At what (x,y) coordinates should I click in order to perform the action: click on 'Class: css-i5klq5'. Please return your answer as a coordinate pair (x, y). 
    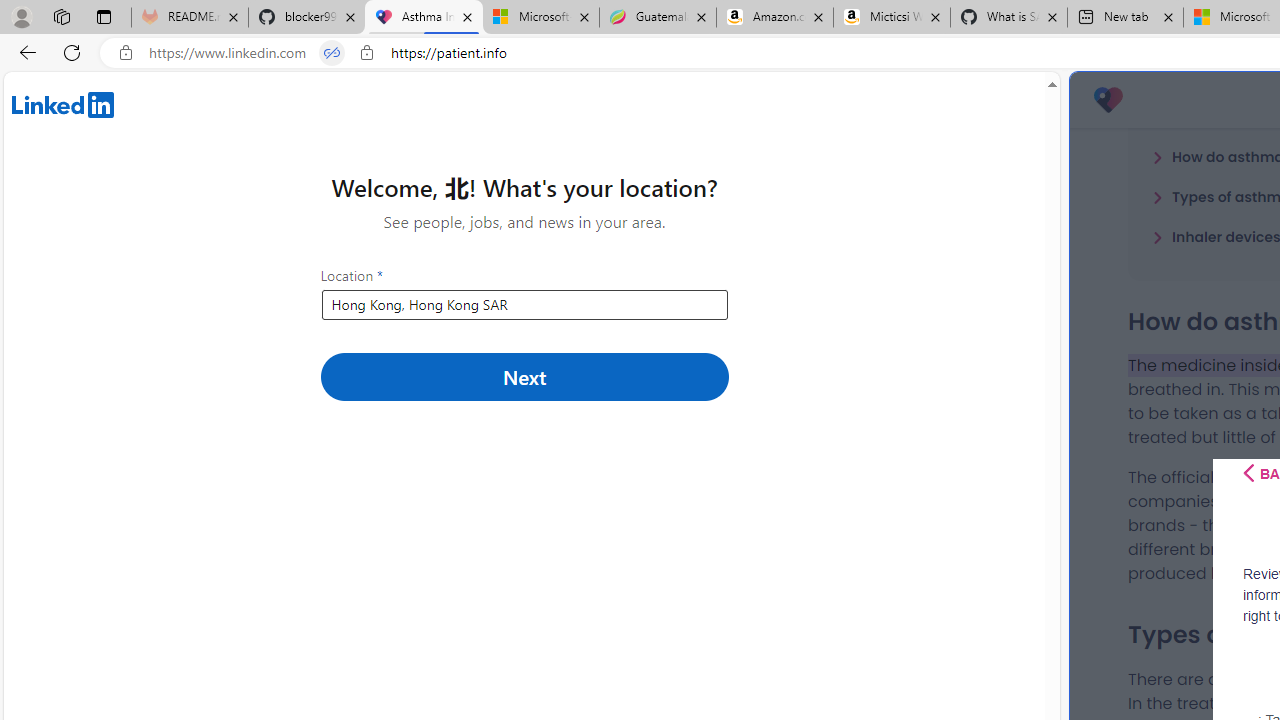
    Looking at the image, I should click on (1247, 473).